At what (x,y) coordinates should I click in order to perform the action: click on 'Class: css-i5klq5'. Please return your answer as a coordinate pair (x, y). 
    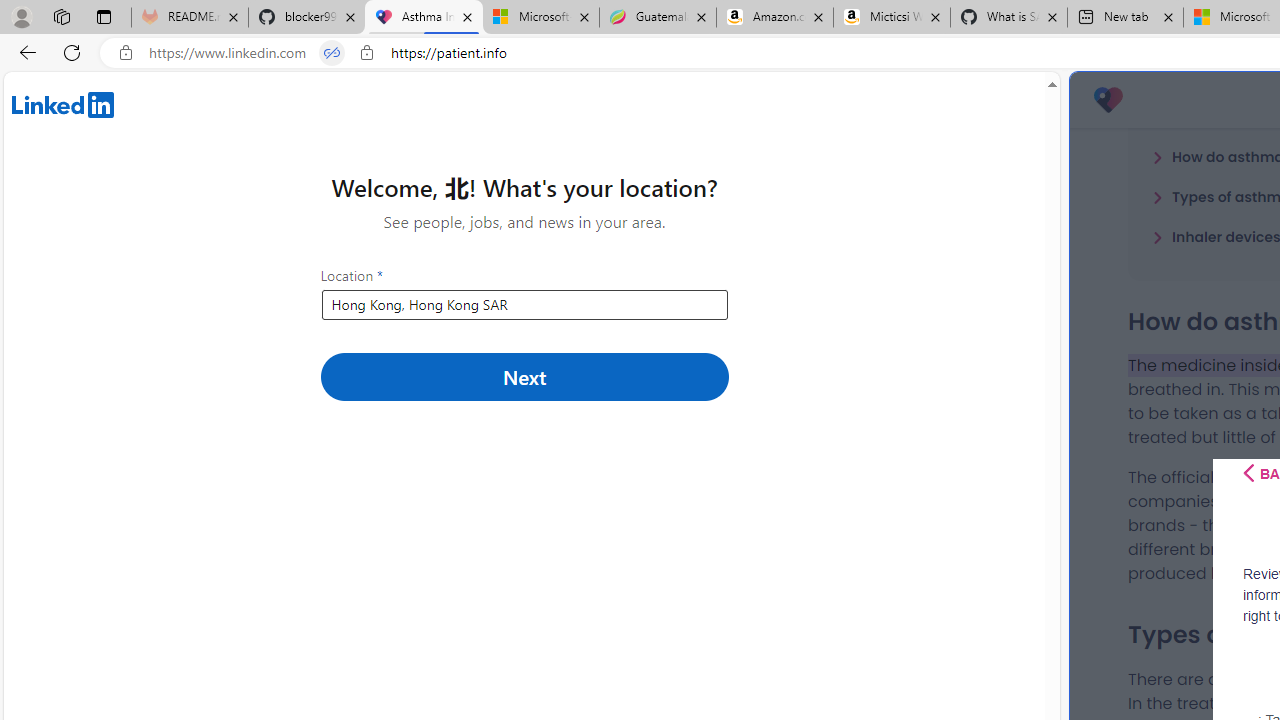
    Looking at the image, I should click on (1247, 473).